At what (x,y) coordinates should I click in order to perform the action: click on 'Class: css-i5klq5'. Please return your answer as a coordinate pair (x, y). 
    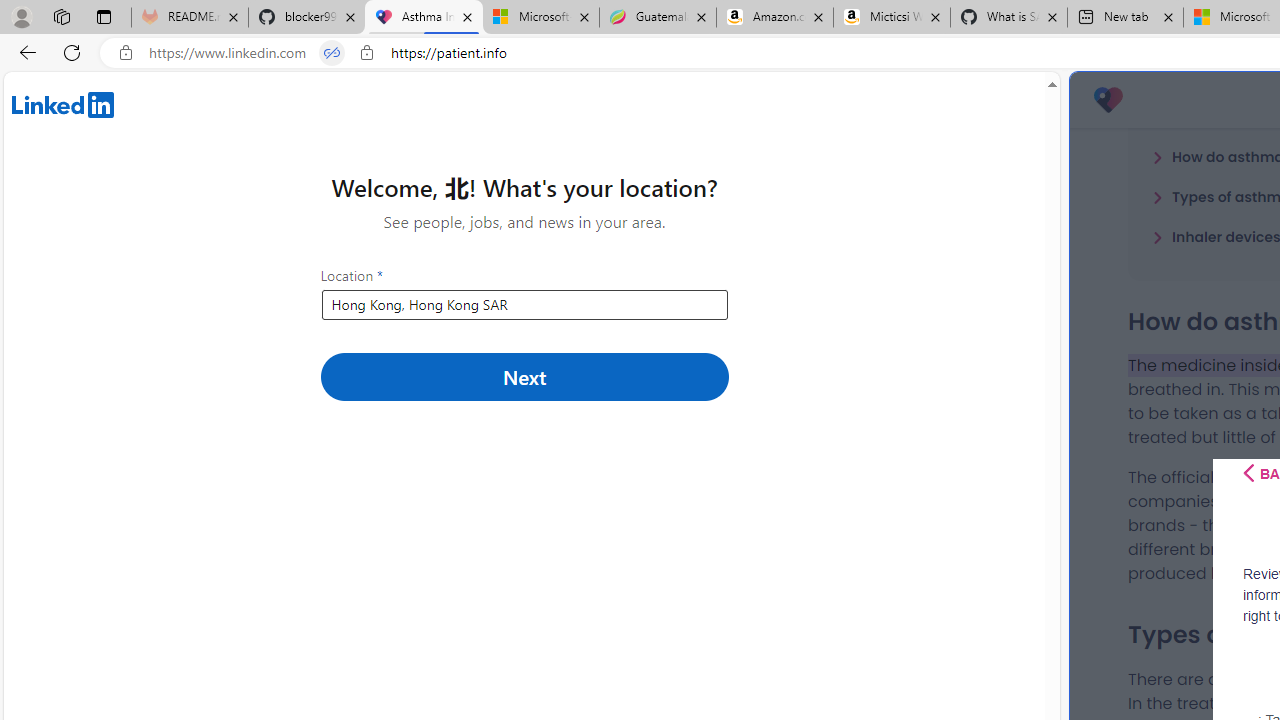
    Looking at the image, I should click on (1247, 473).